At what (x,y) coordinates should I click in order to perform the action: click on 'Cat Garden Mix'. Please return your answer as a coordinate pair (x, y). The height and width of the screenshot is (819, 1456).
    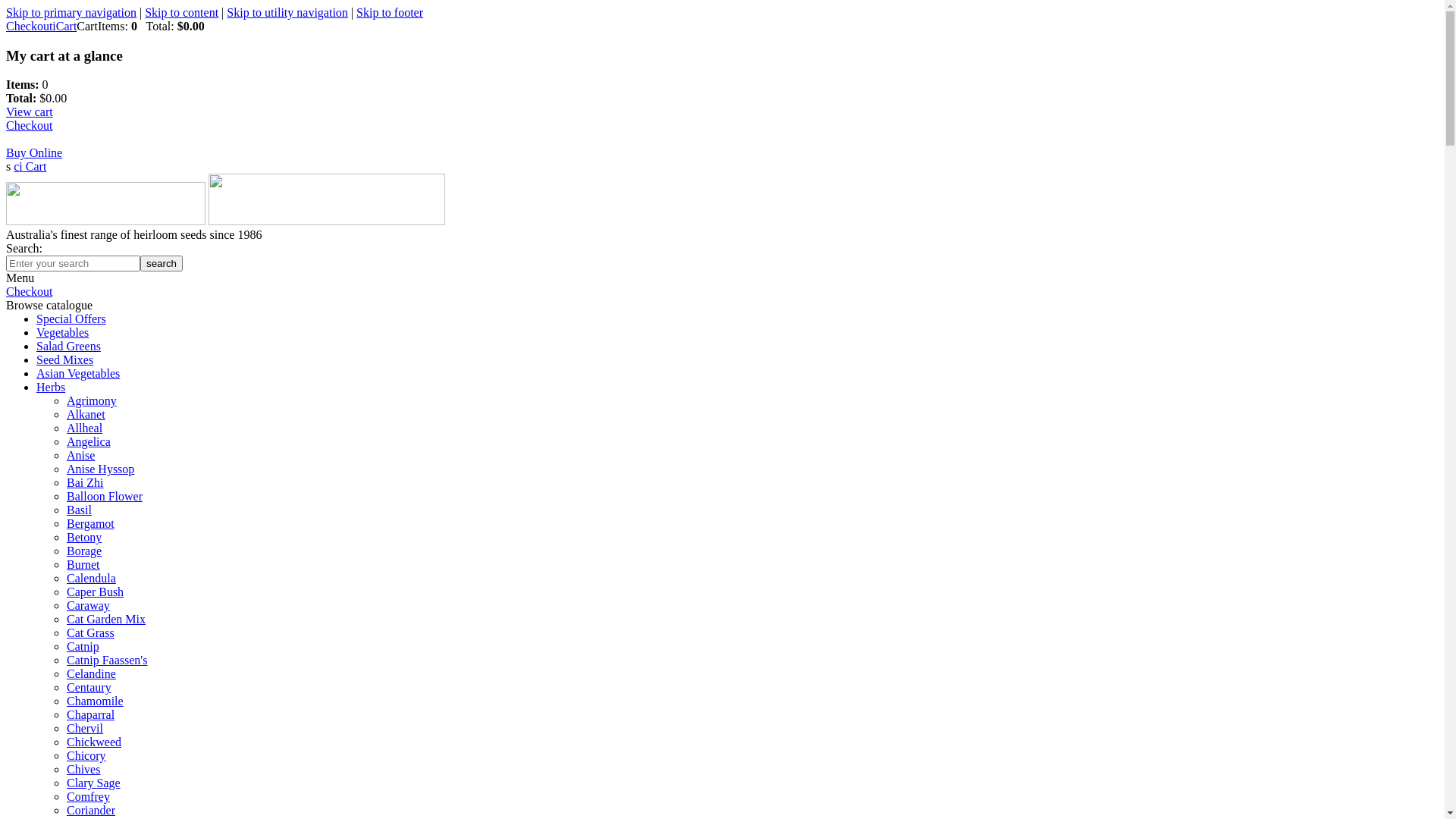
    Looking at the image, I should click on (105, 619).